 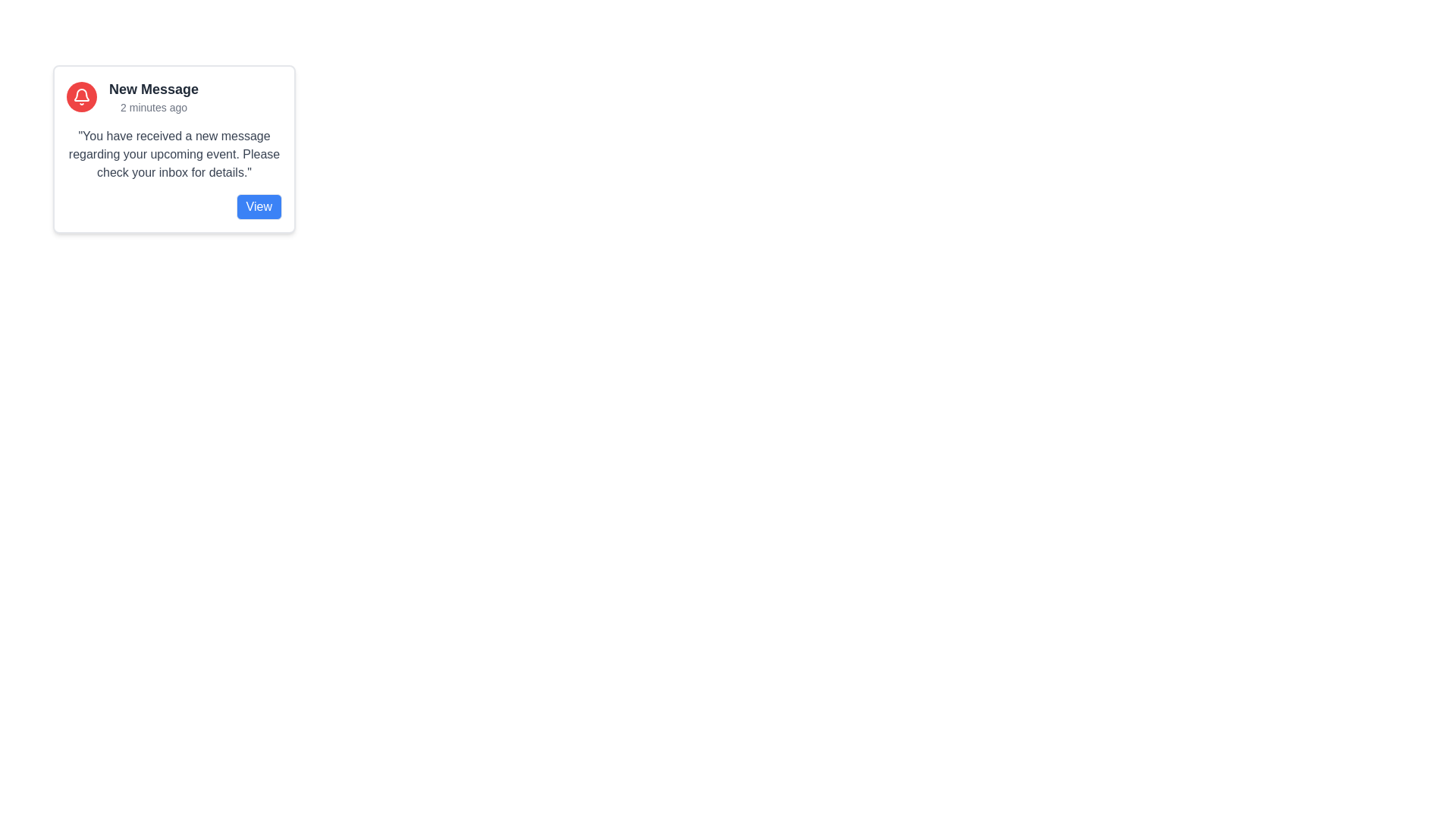 I want to click on message details from the Text Block located below the 'New Message' heading and above the 'View' button, so click(x=174, y=155).